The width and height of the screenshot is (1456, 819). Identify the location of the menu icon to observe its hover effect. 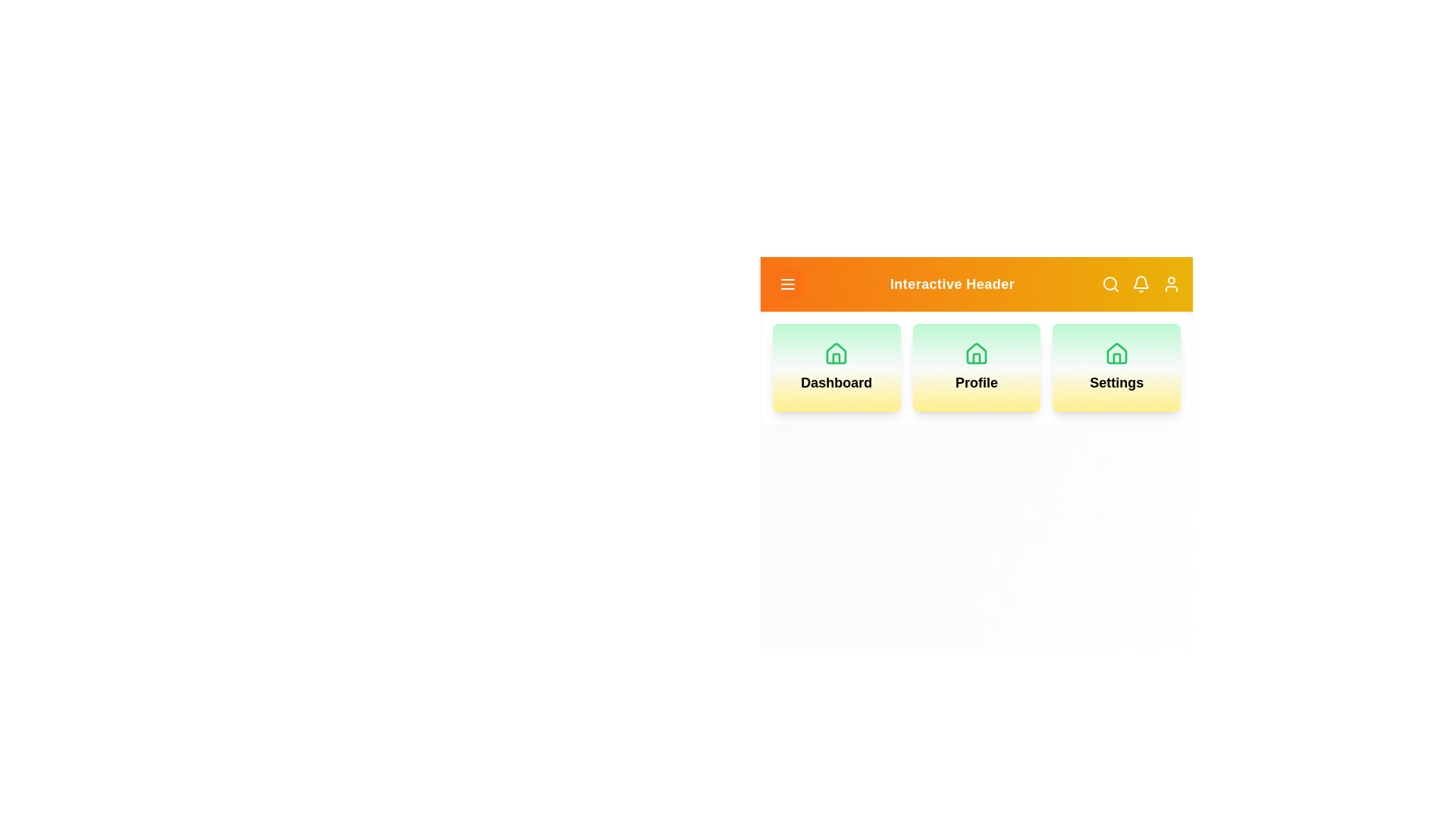
(787, 284).